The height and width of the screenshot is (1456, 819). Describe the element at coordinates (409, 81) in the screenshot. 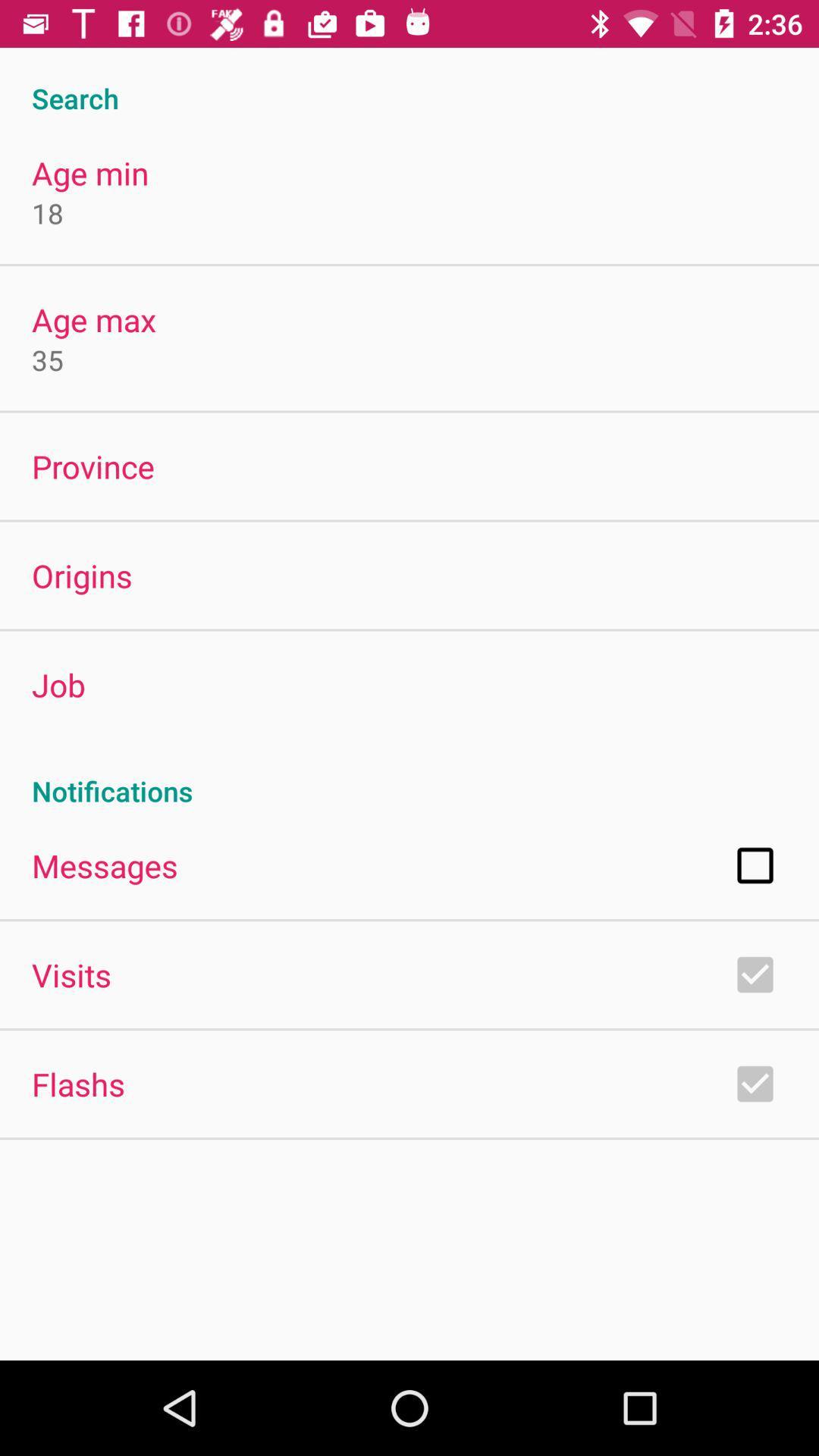

I see `the search app` at that location.